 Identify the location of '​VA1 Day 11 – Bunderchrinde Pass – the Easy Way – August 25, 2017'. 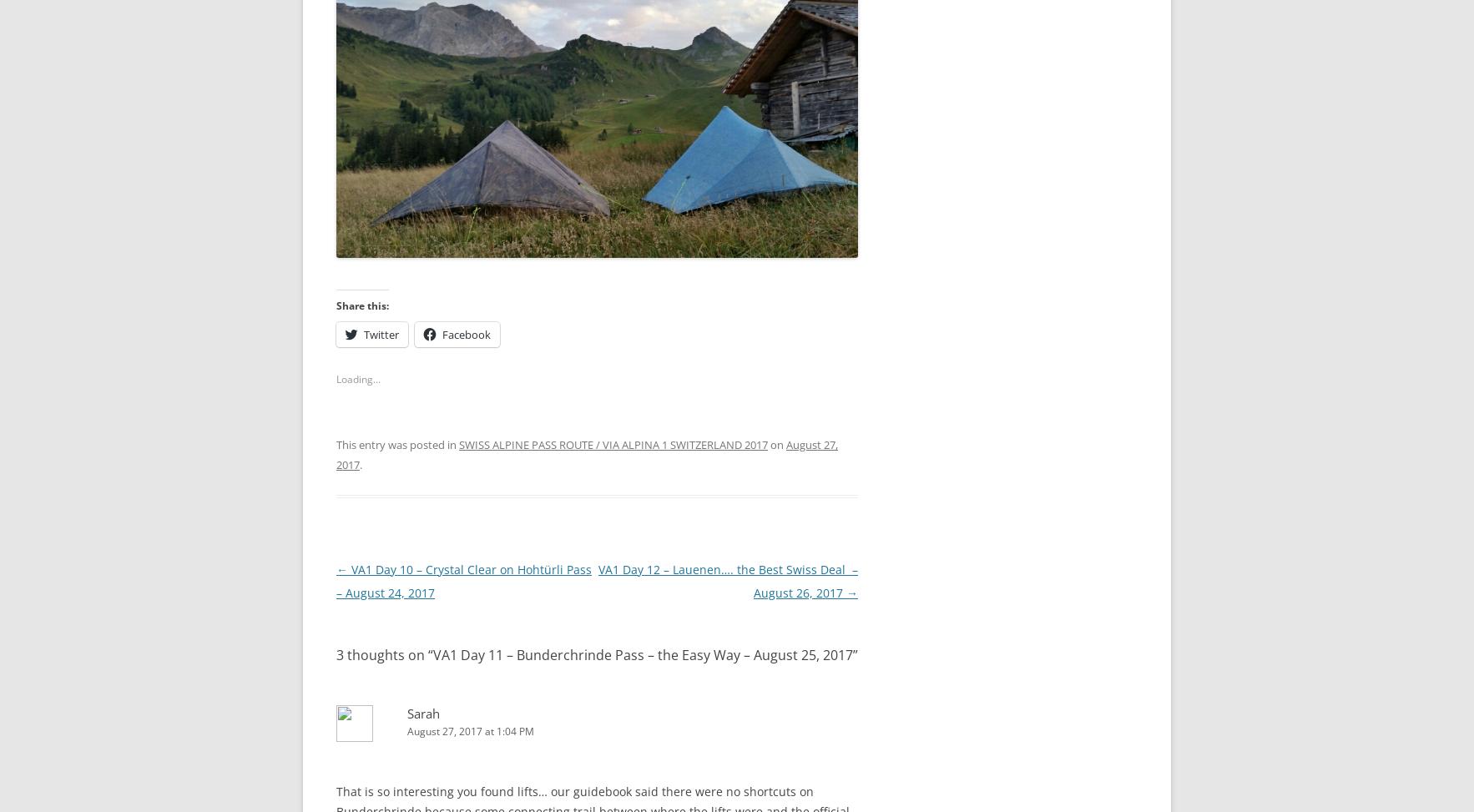
(643, 649).